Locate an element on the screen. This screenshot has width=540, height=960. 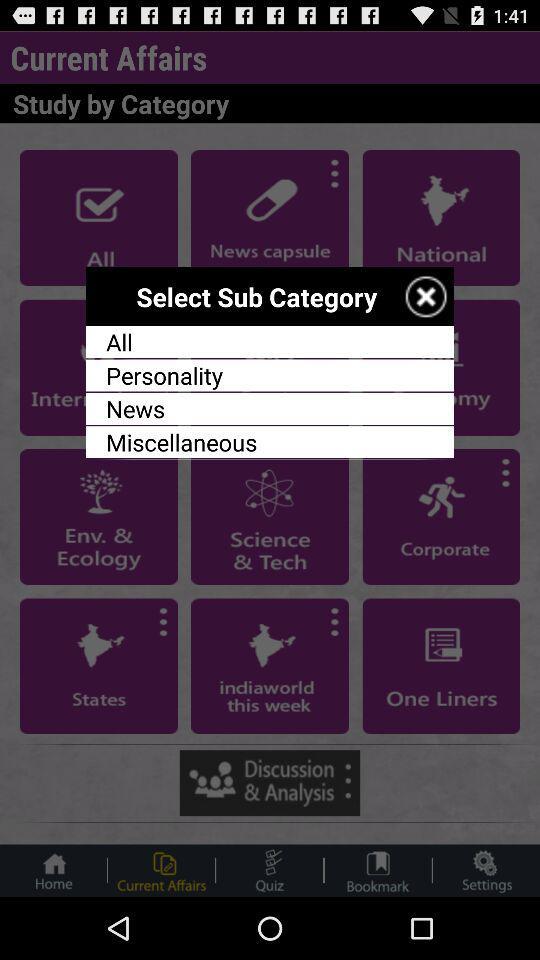
miscellaneous icon is located at coordinates (270, 442).